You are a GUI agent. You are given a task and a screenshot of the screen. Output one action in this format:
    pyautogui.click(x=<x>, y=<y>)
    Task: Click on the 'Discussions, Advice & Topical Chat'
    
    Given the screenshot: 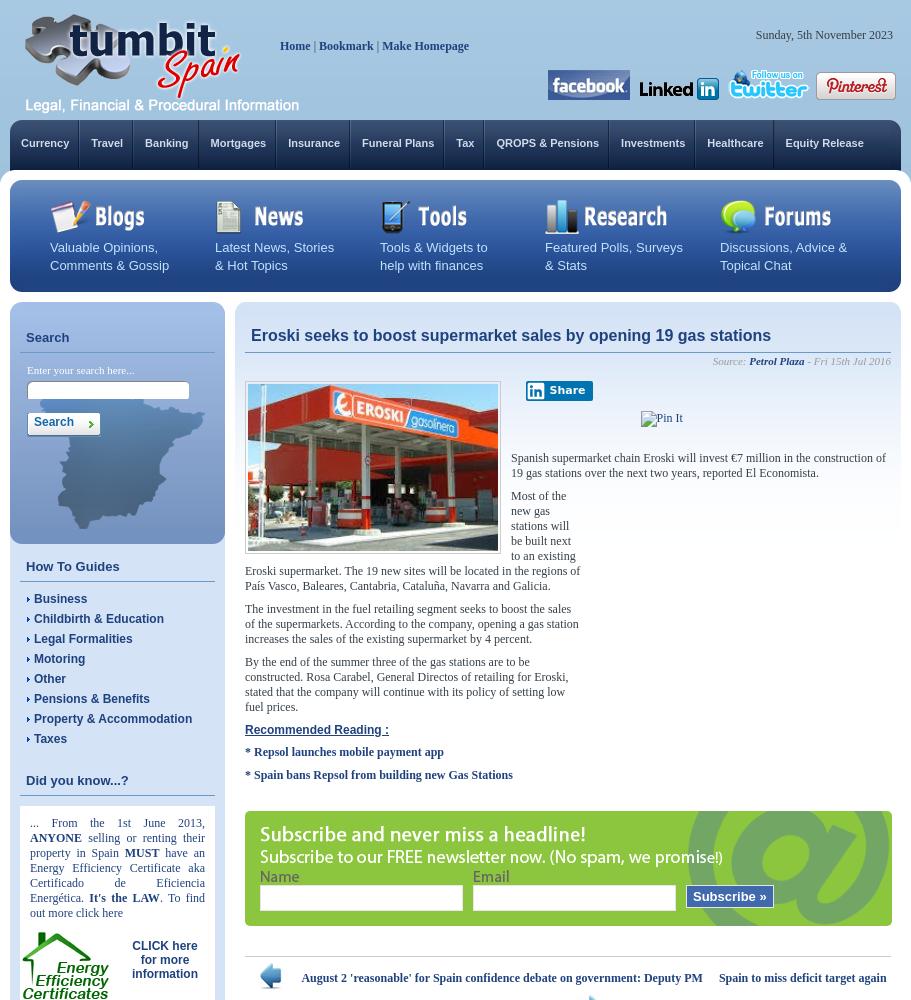 What is the action you would take?
    pyautogui.click(x=783, y=256)
    